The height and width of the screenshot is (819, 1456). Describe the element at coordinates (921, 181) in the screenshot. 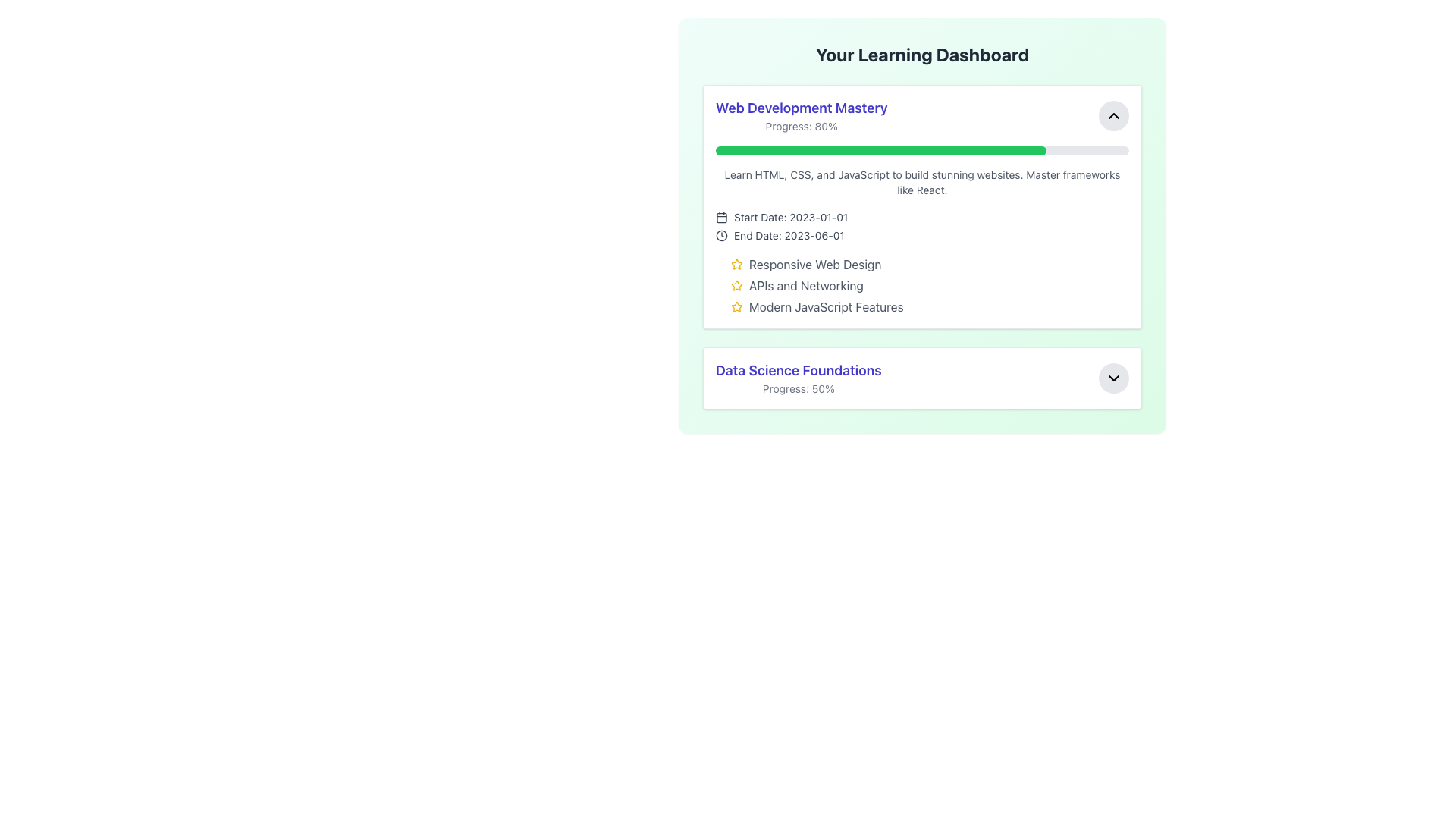

I see `gray-colored text description that says 'Learn HTML, CSS, and JavaScript to build stunning websites. Master frameworks like React.' located within the panel labeled 'Web Development Mastery' below the progress bar` at that location.